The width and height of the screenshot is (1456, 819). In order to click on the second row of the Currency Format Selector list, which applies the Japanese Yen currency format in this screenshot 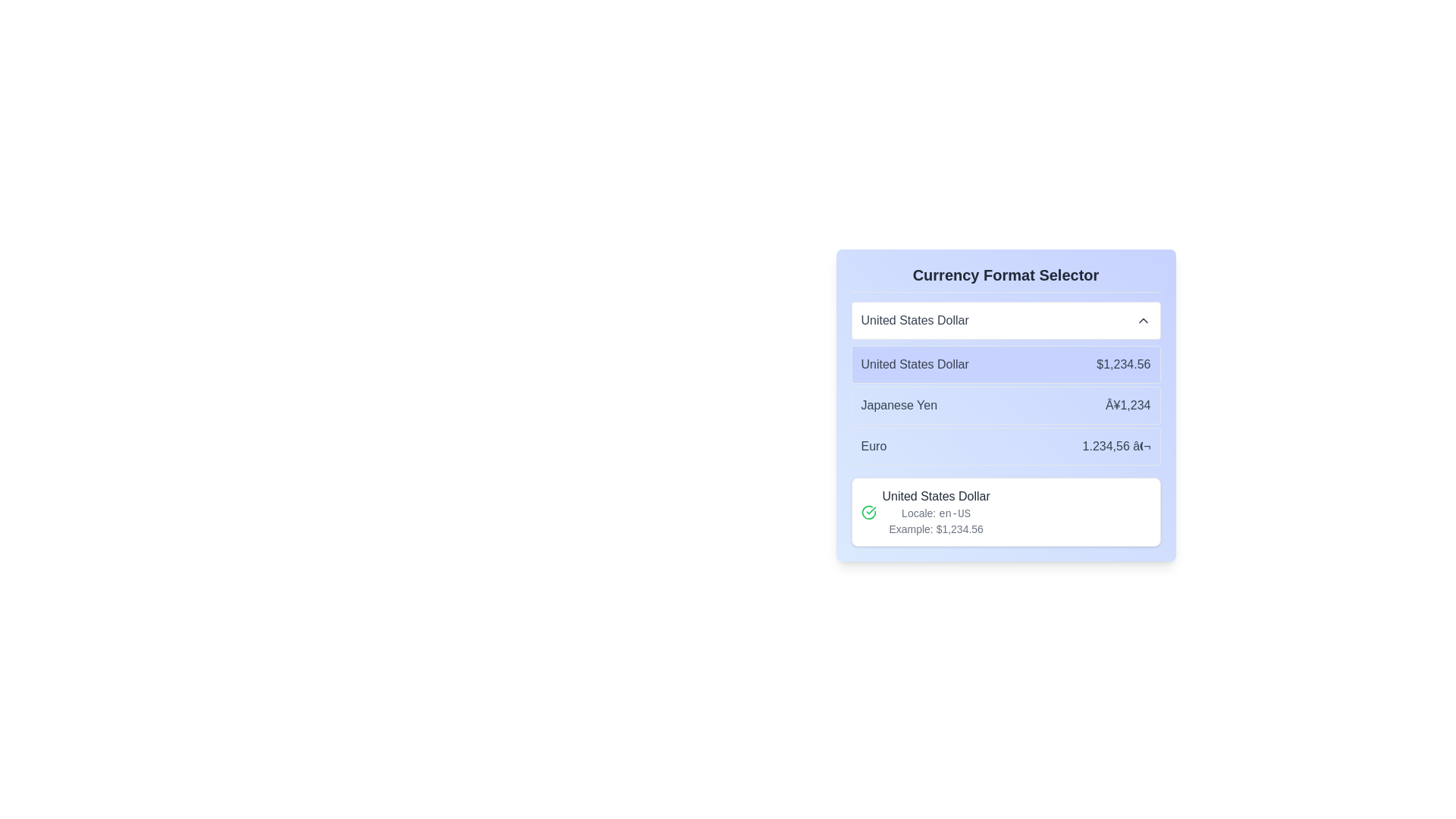, I will do `click(1006, 405)`.